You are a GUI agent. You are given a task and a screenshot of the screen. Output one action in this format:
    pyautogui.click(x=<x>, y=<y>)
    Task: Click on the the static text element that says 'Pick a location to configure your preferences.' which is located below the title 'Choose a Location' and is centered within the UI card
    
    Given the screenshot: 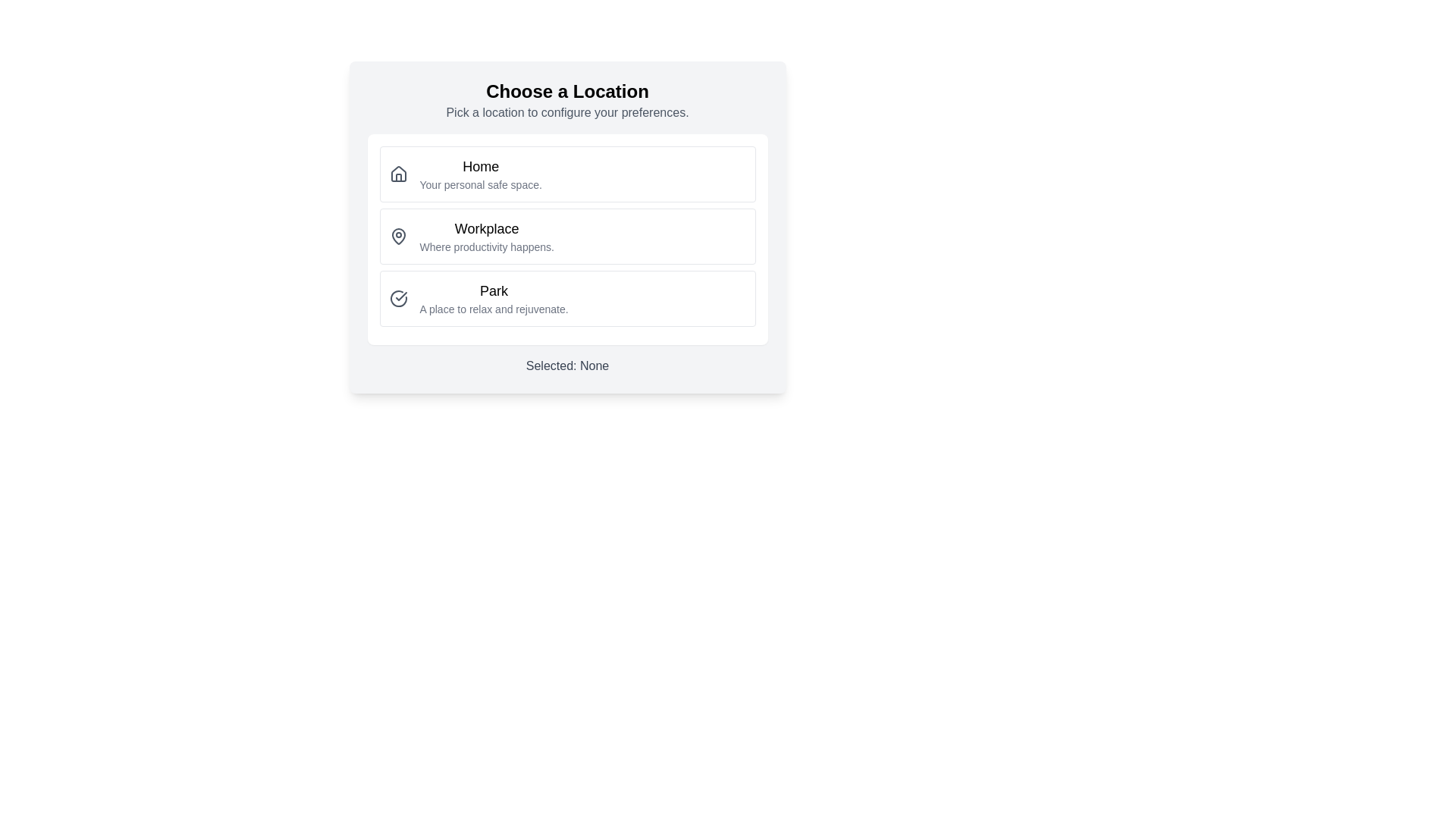 What is the action you would take?
    pyautogui.click(x=566, y=112)
    